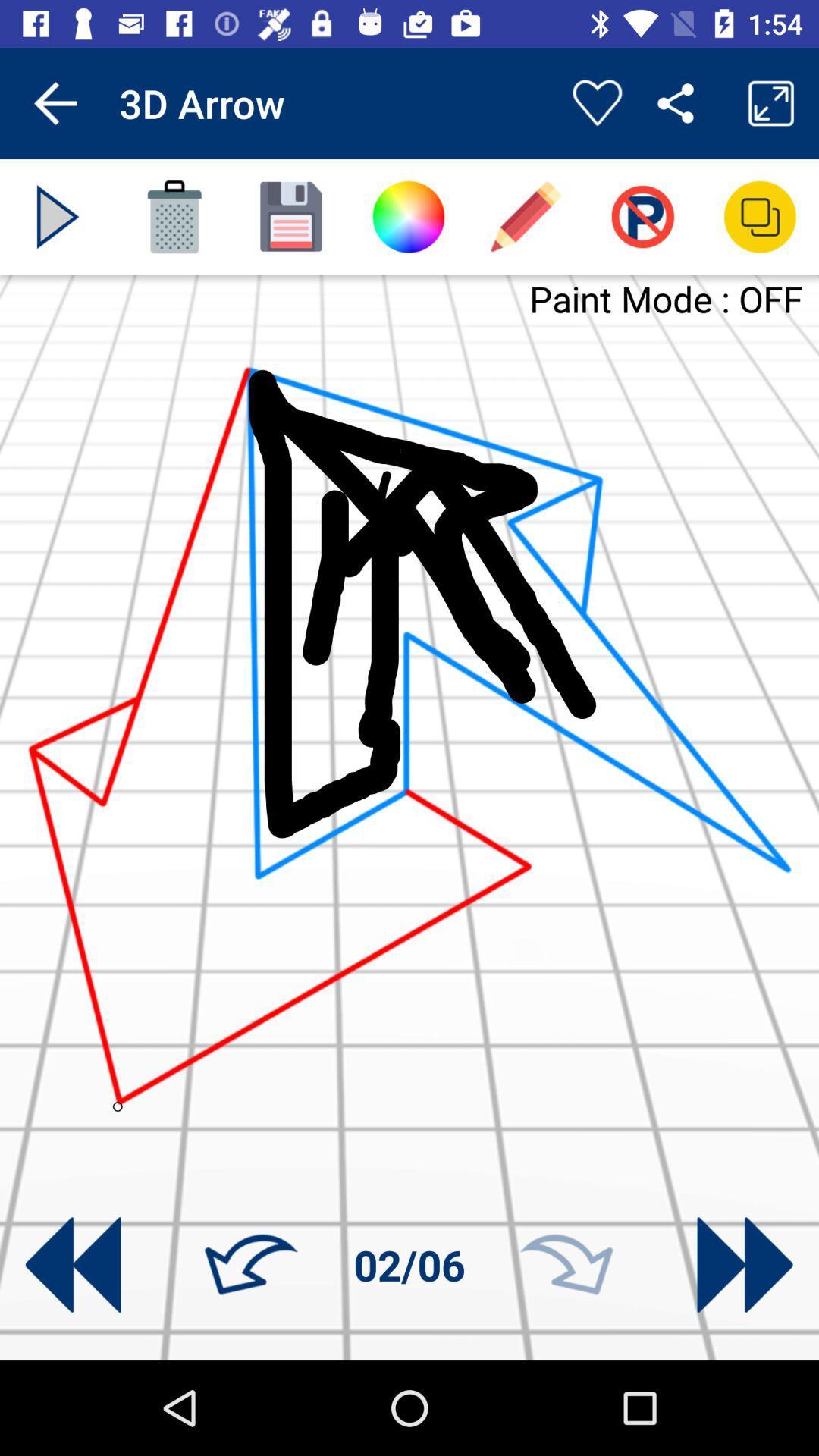 The width and height of the screenshot is (819, 1456). Describe the element at coordinates (596, 102) in the screenshot. I see `like drawing` at that location.